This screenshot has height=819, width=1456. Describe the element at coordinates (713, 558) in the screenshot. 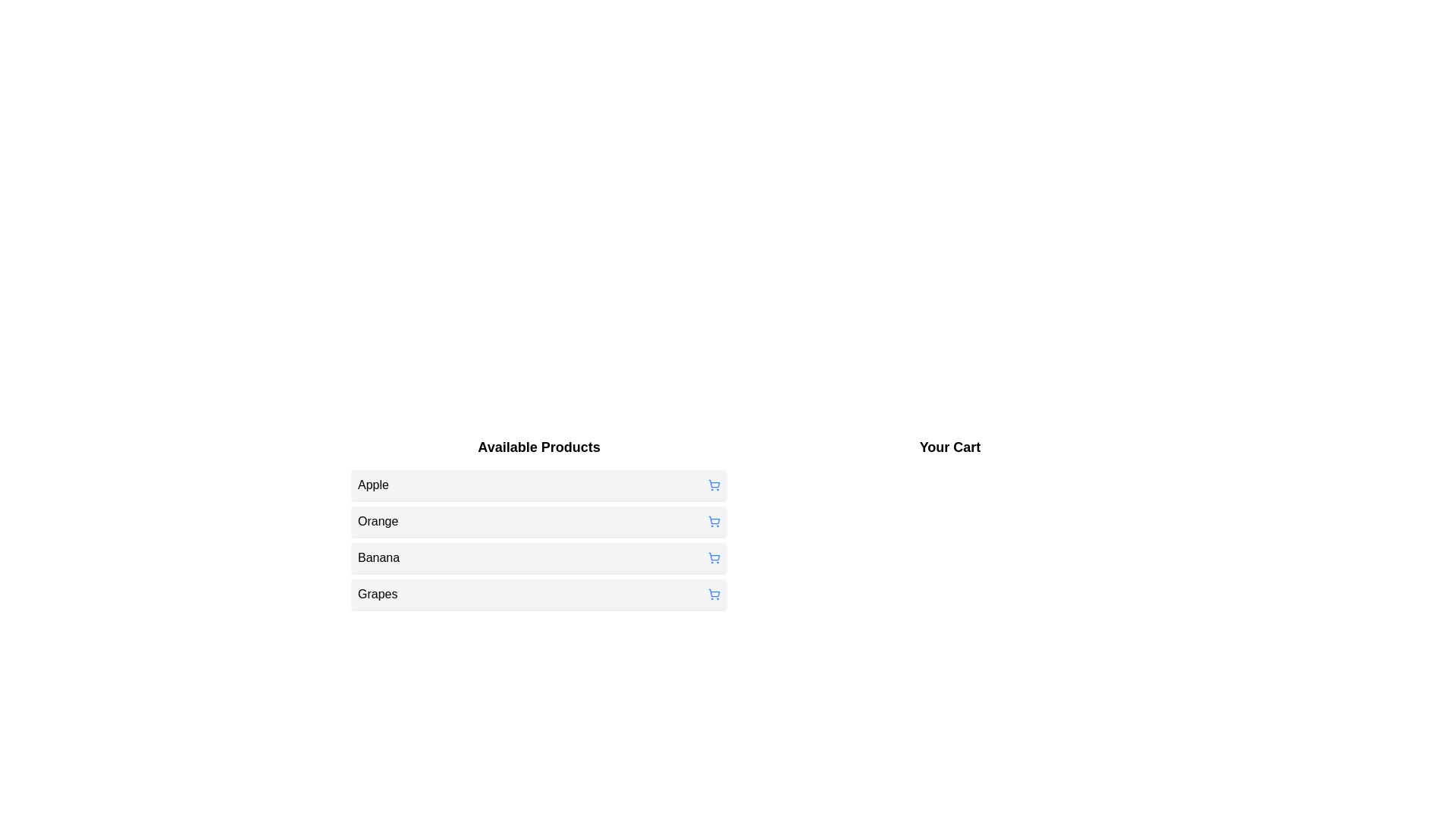

I see `the shopping cart icon next to the product Banana to add it to the cart` at that location.